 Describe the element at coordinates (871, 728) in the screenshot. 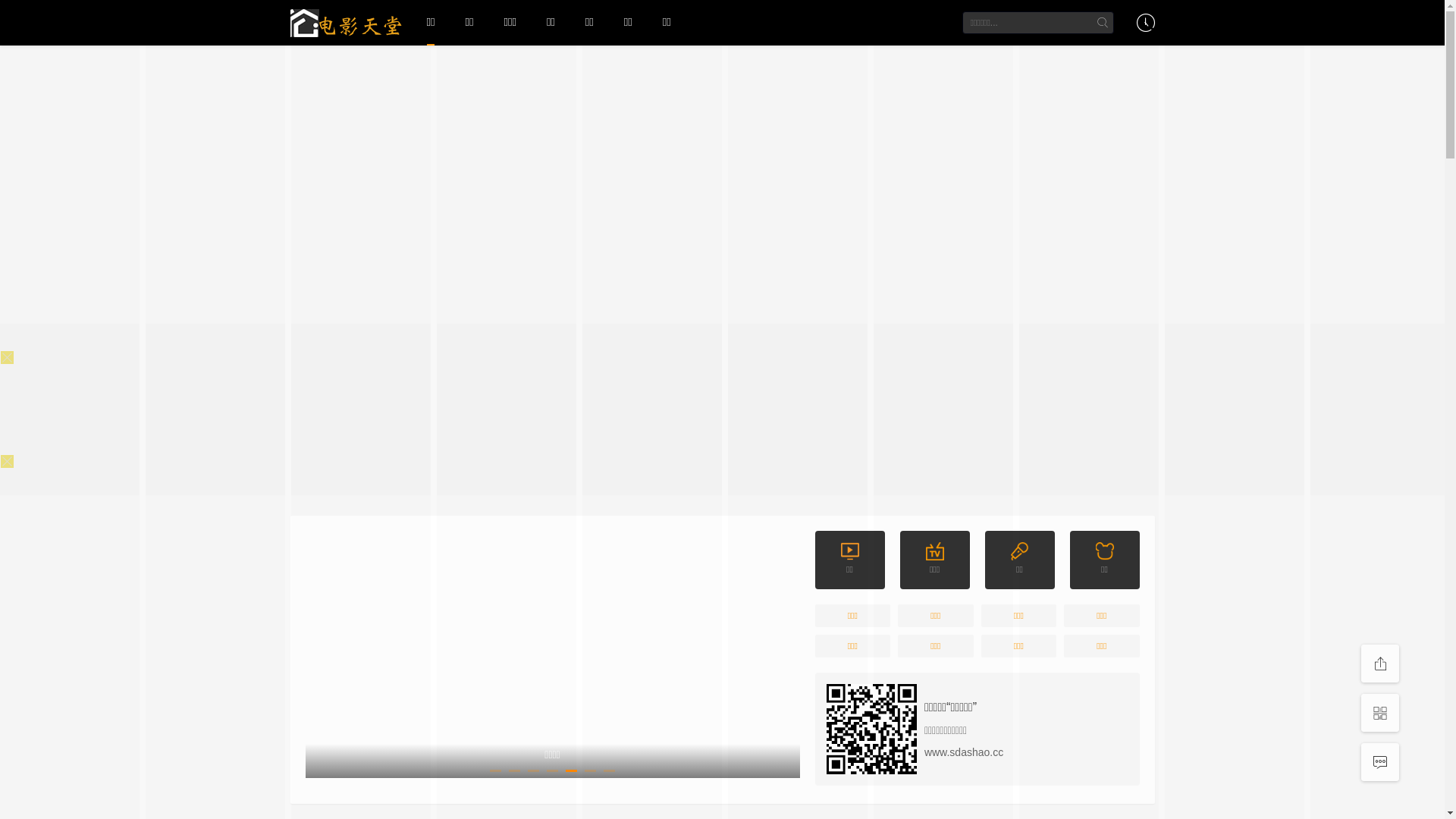

I see `'http://www.sdashao.cc/'` at that location.